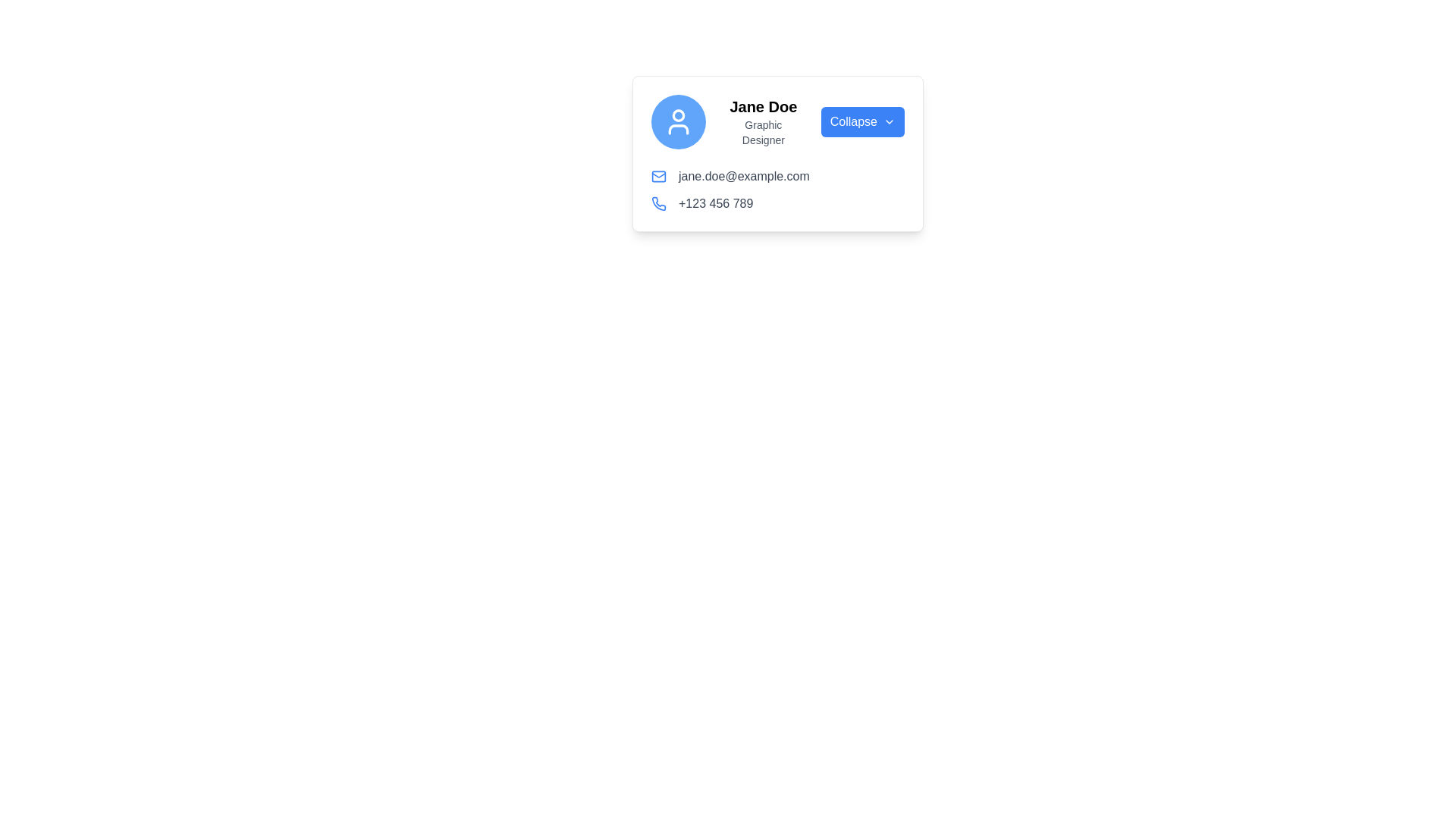 Image resolution: width=1456 pixels, height=819 pixels. What do you see at coordinates (658, 175) in the screenshot?
I see `the small blue envelope icon located to the left of the email address 'jane.doe@example.com'` at bounding box center [658, 175].